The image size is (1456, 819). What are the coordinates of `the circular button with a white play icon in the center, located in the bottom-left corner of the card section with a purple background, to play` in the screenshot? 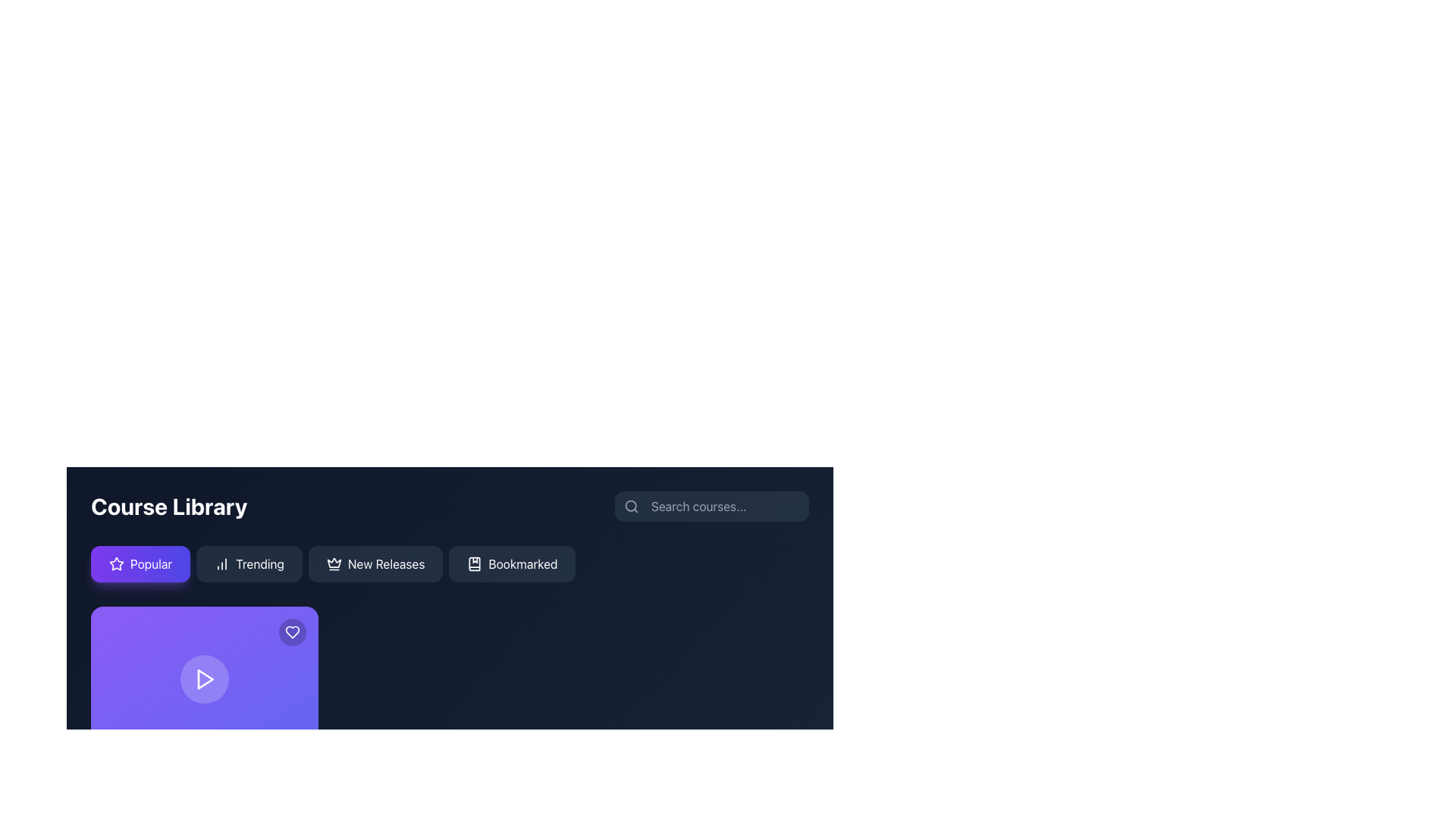 It's located at (203, 678).